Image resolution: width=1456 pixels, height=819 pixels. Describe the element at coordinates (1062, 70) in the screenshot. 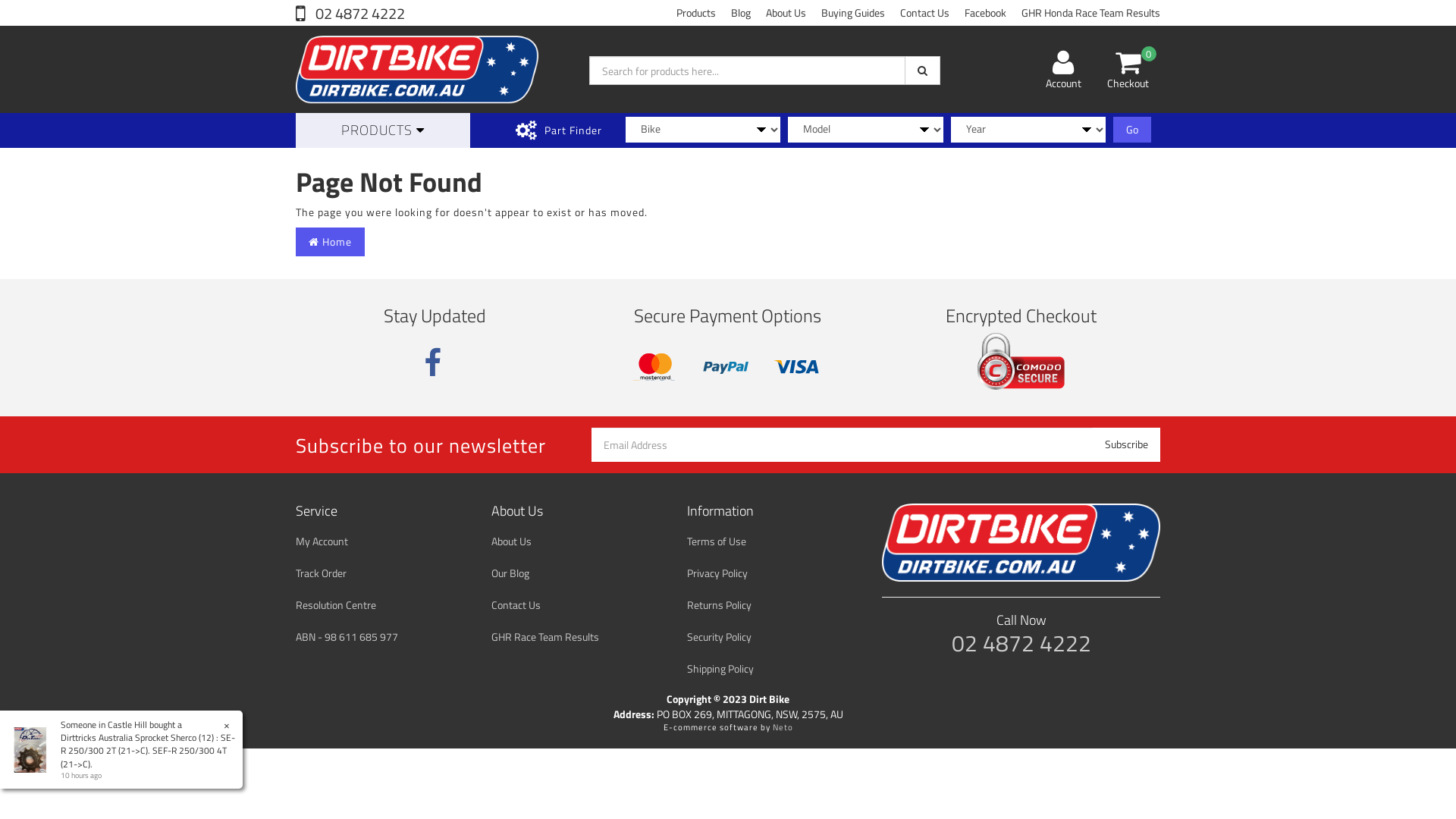

I see `'Account'` at that location.